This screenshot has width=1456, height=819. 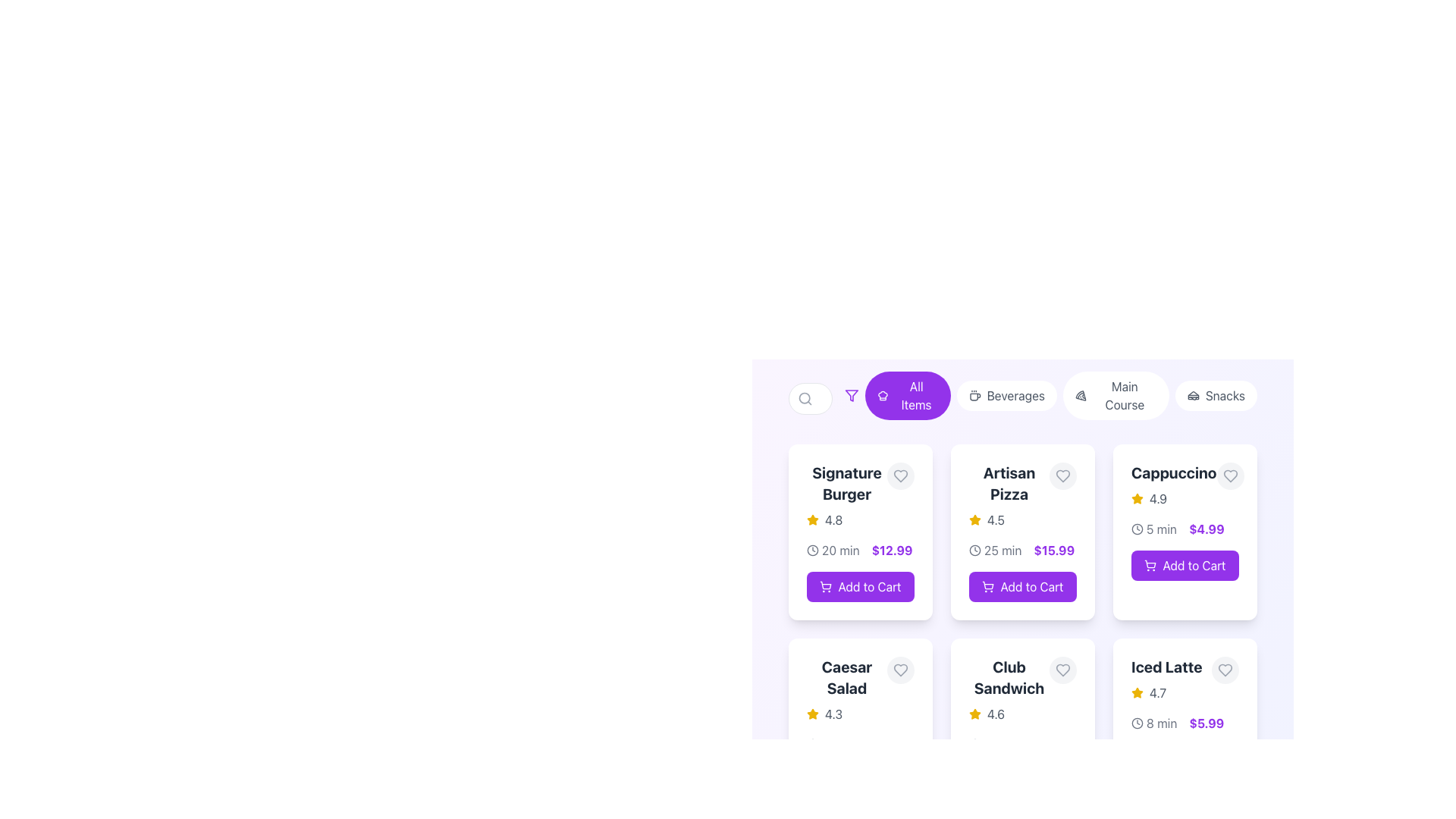 I want to click on the SVG Circle element located within the clock icon at the top-right area of the interface, which indicates timer or time-related information, so click(x=811, y=550).